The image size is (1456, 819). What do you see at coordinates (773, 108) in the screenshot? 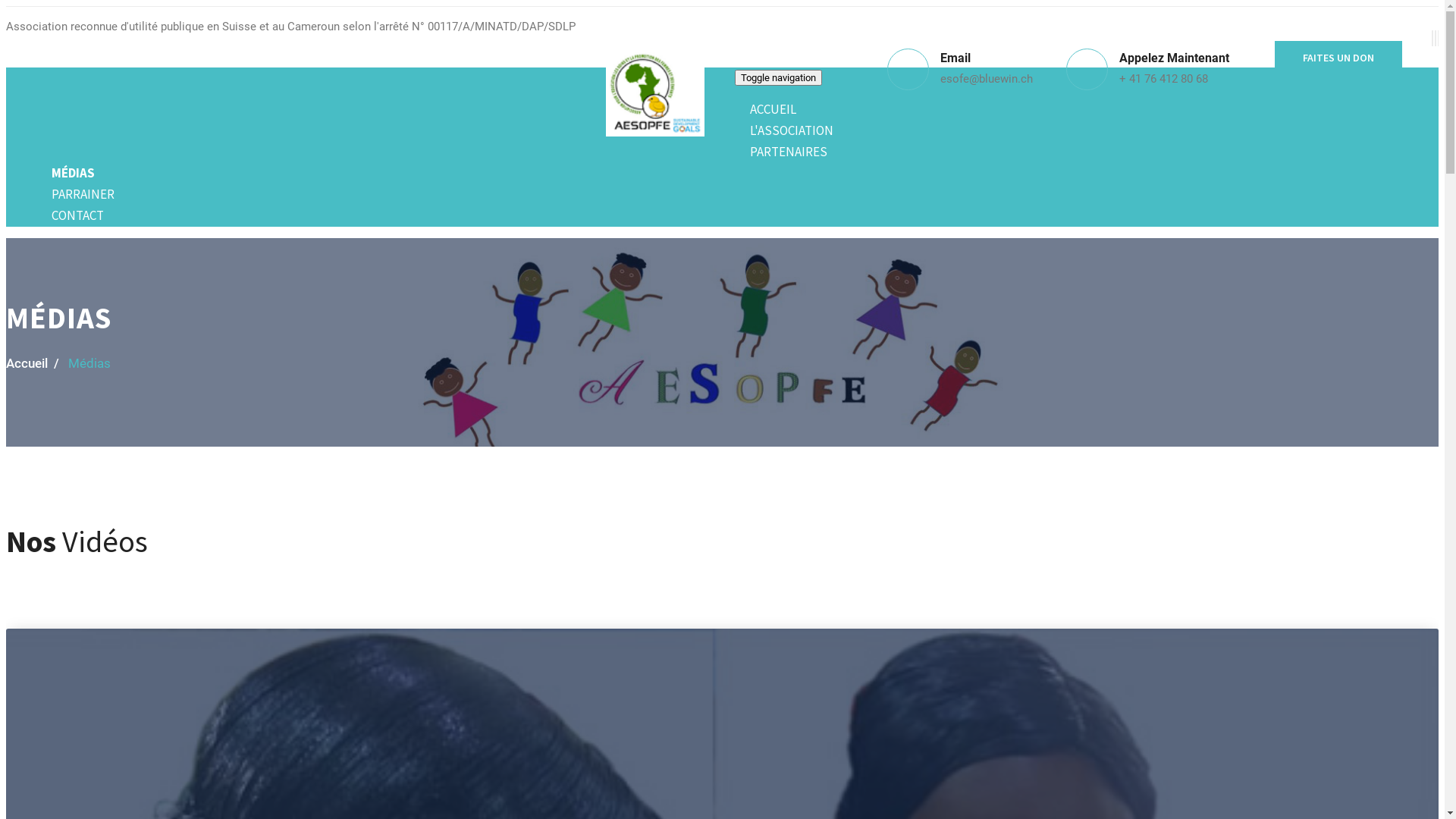
I see `'ACCUEIL'` at bounding box center [773, 108].